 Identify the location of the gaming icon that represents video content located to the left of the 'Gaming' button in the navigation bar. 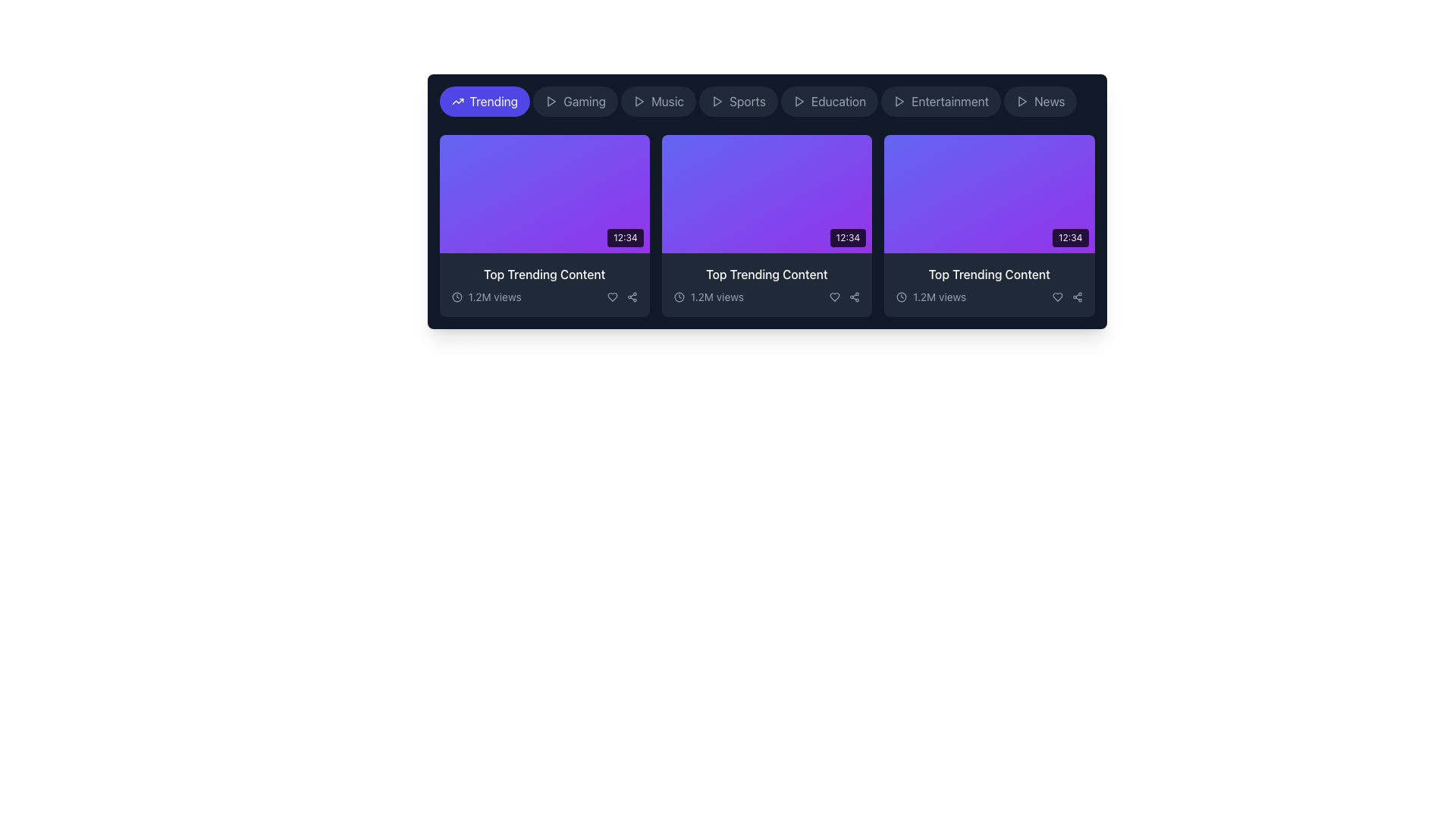
(550, 102).